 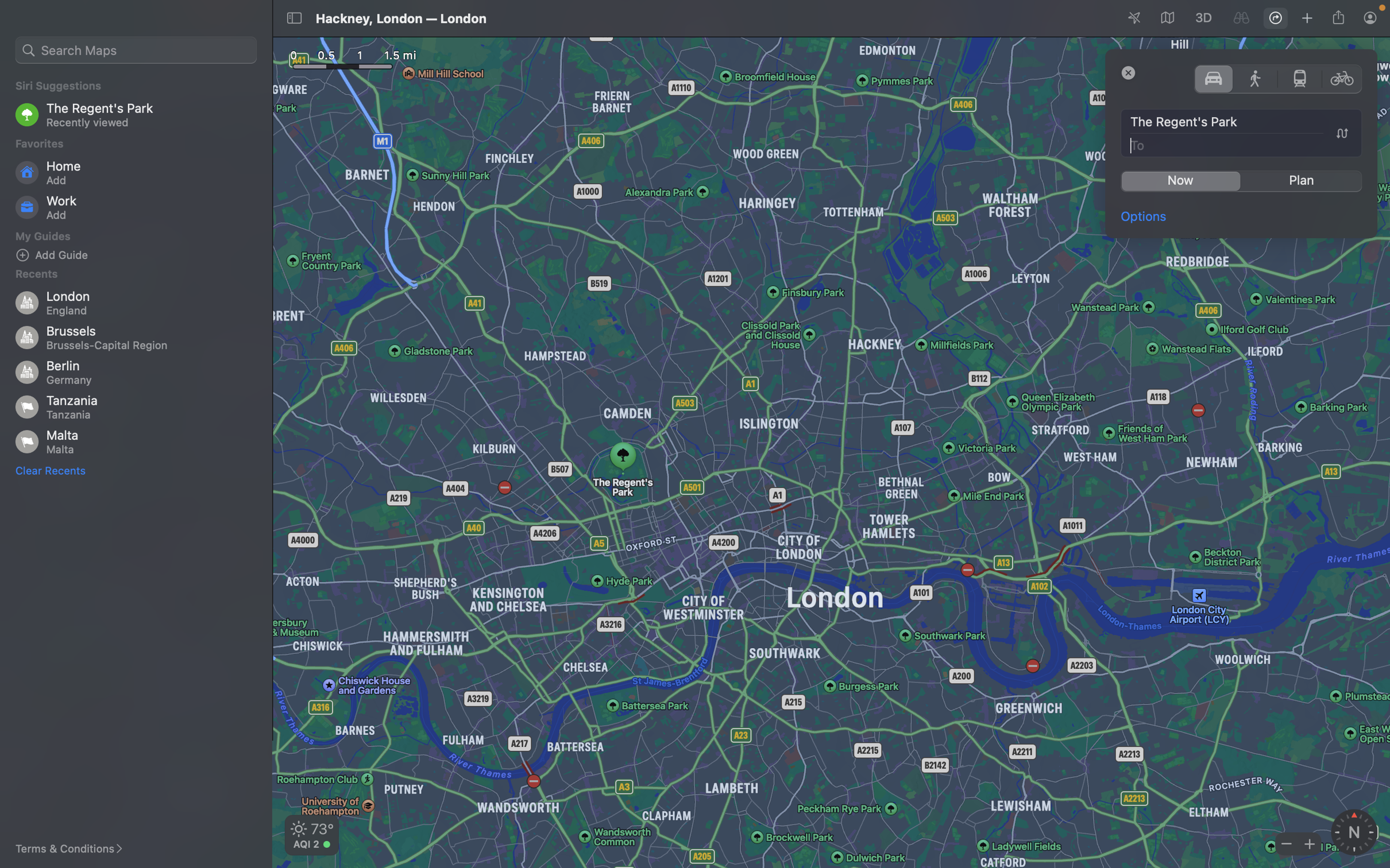 I want to click on the "go now" button to start navigation, so click(x=1180, y=181).